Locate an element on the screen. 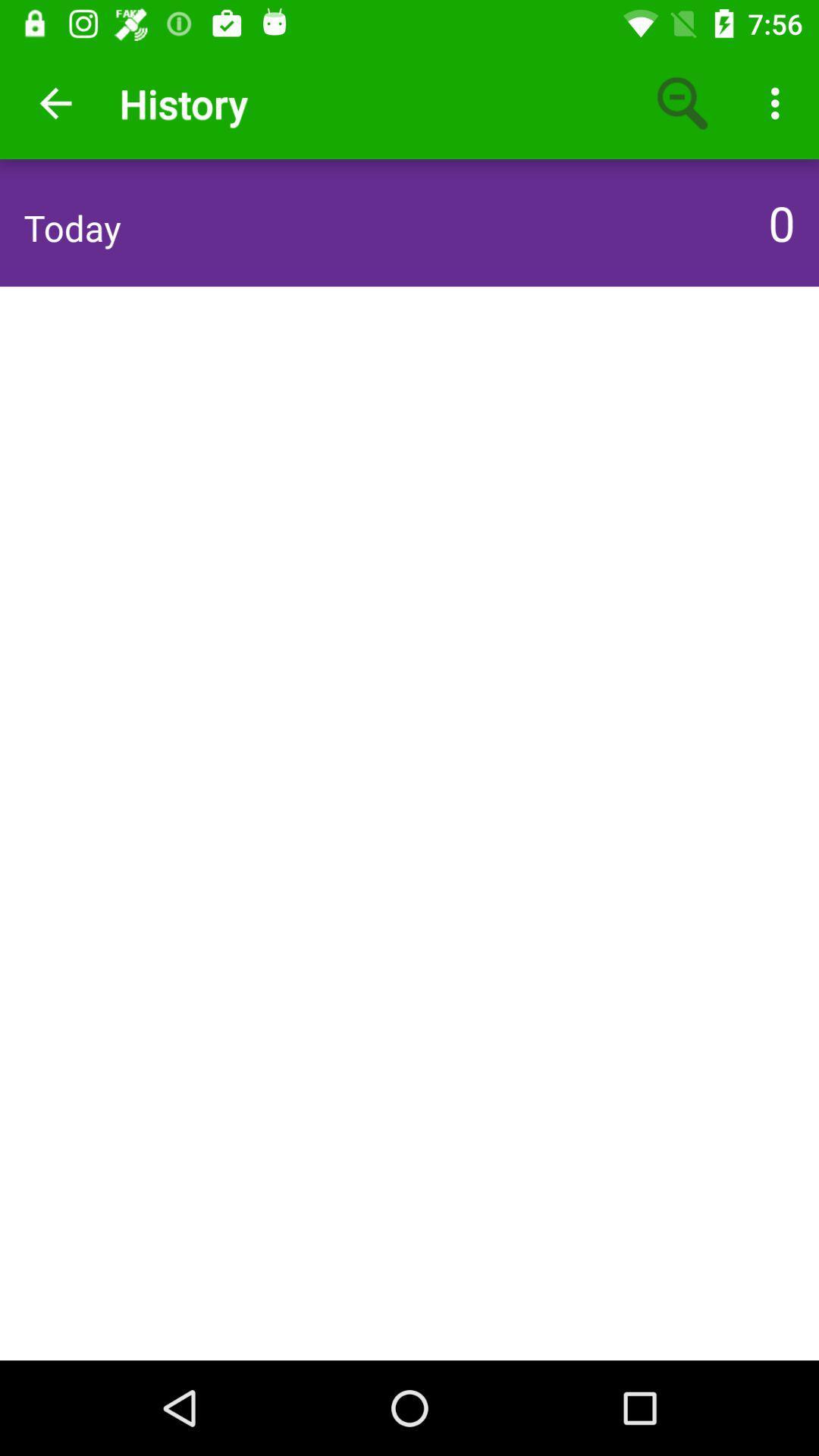 Image resolution: width=819 pixels, height=1456 pixels. 0 is located at coordinates (777, 221).